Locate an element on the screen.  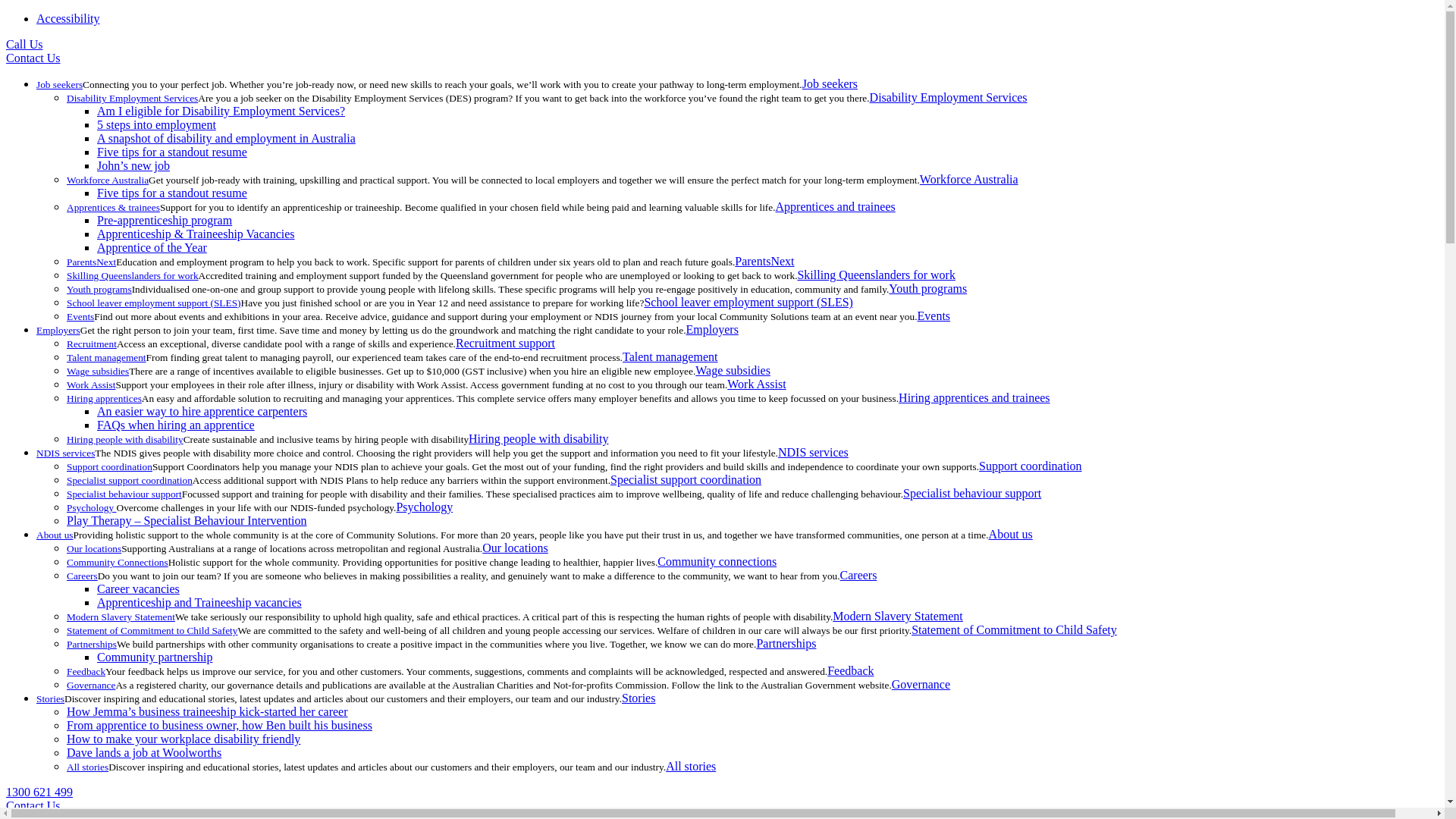
'Career vacancies' is located at coordinates (138, 588).